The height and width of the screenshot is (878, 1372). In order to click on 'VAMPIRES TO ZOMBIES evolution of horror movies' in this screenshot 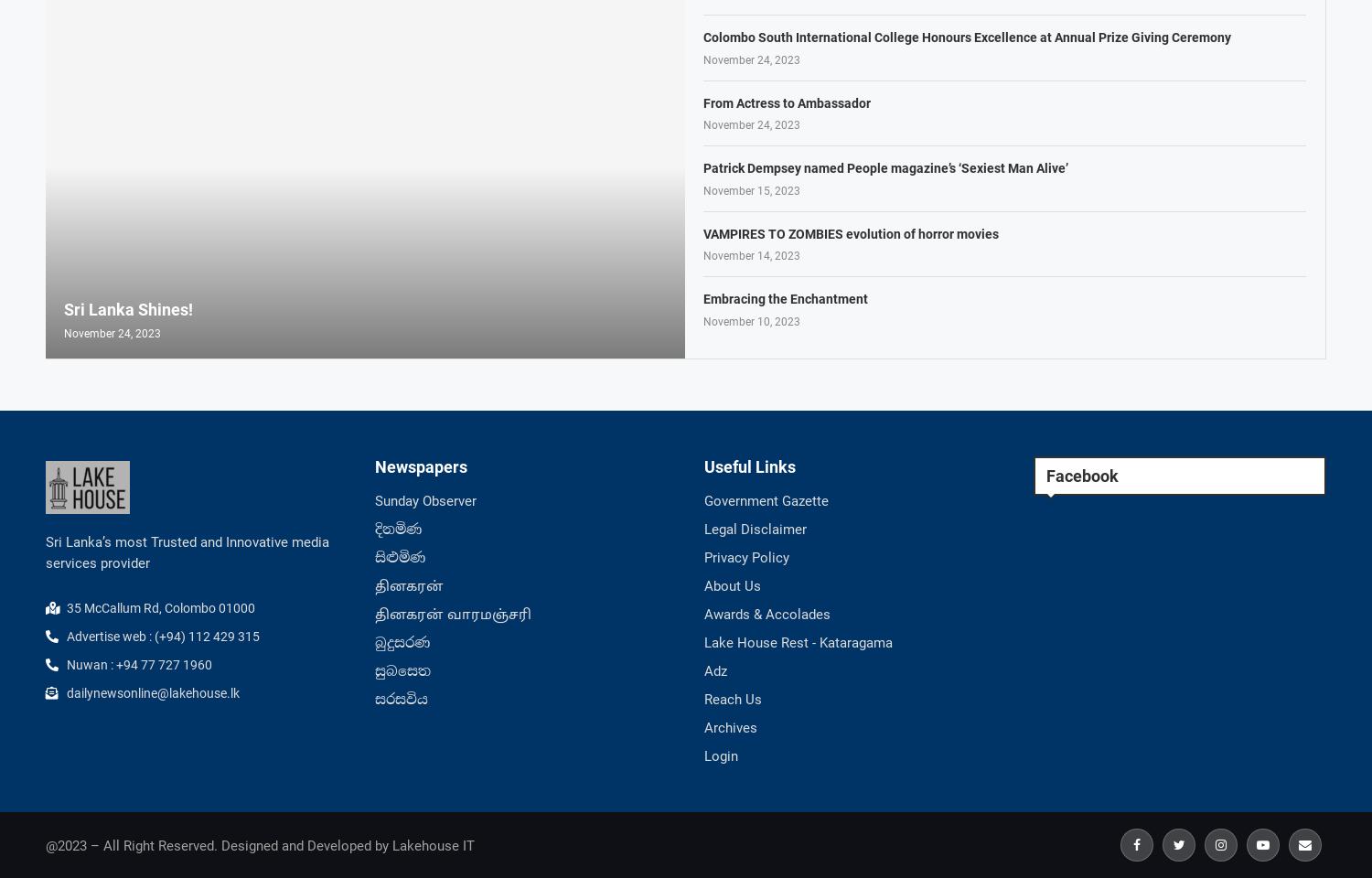, I will do `click(703, 231)`.